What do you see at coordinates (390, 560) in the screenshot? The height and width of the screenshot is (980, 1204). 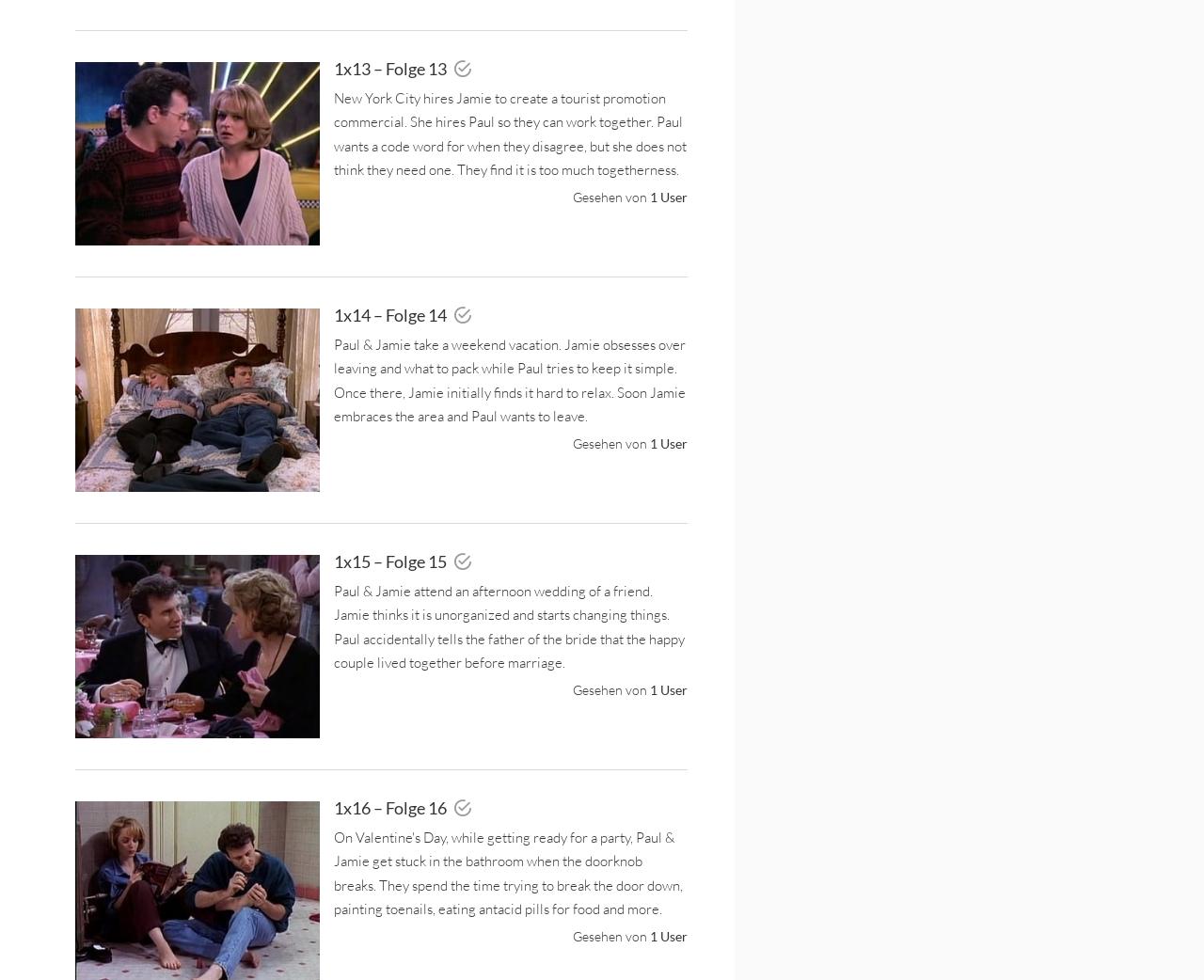 I see `'1x15 – Folge 15'` at bounding box center [390, 560].